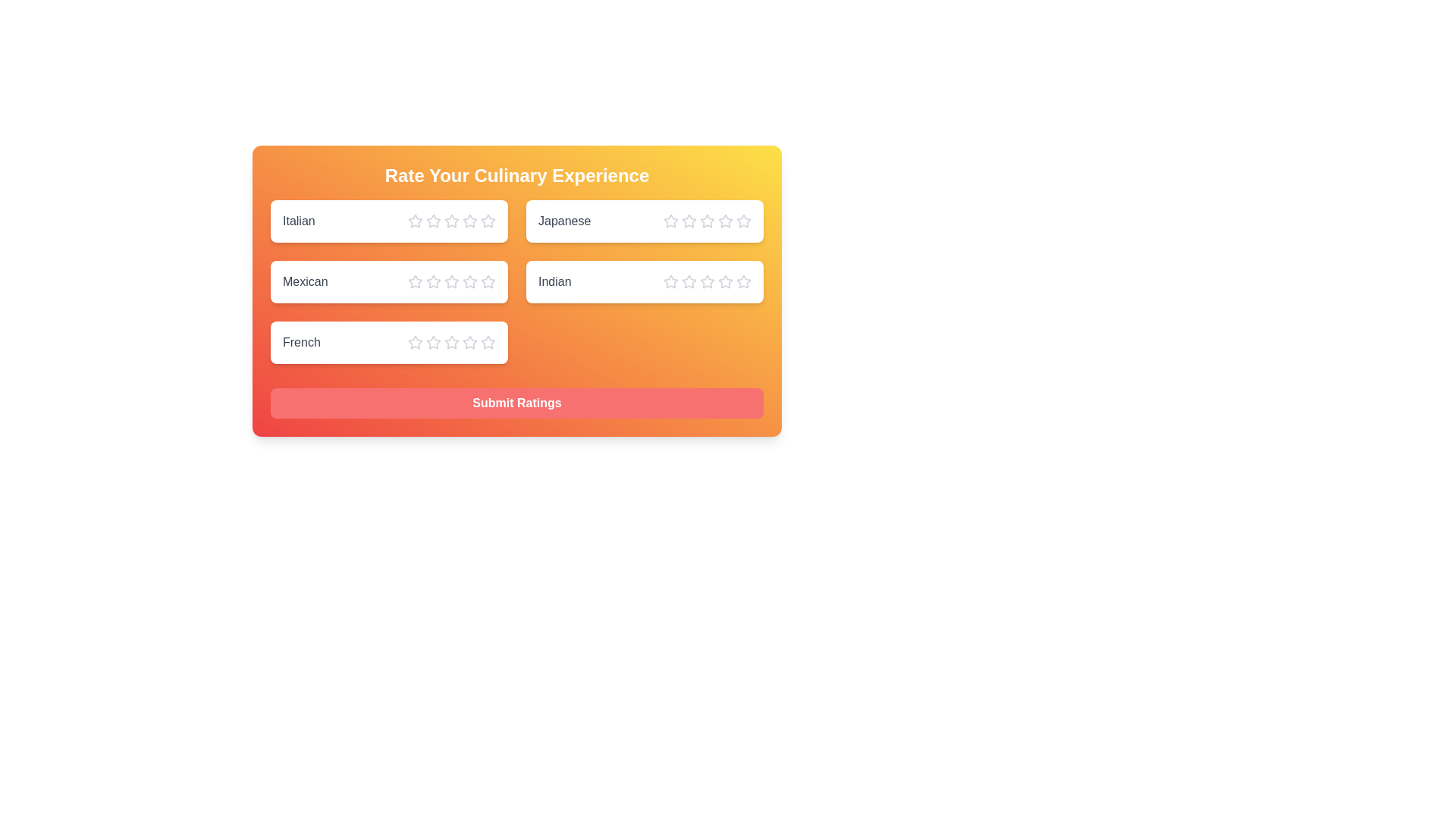  What do you see at coordinates (488, 221) in the screenshot?
I see `the star corresponding to the rating 5 for the cuisine Italian` at bounding box center [488, 221].